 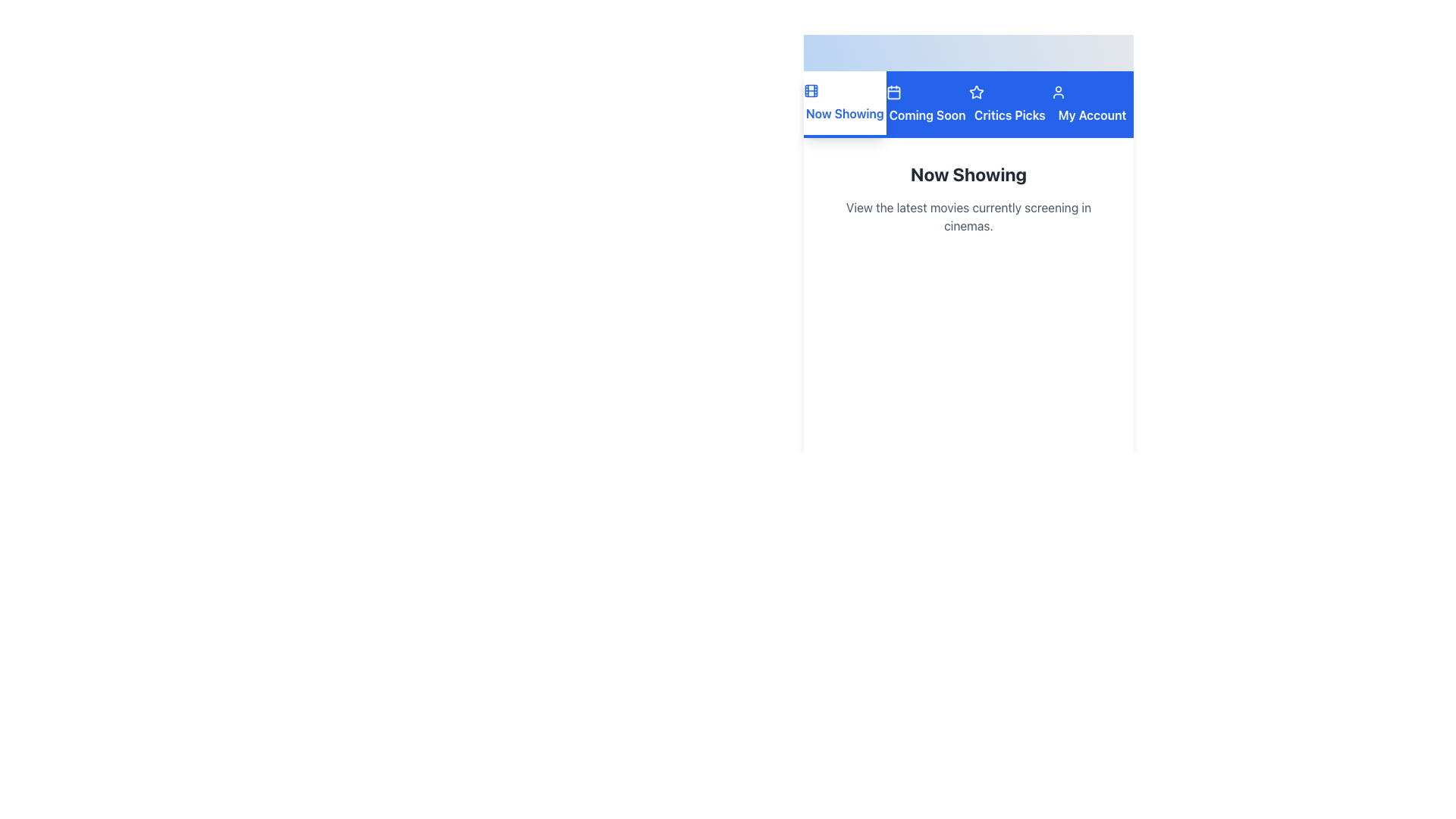 What do you see at coordinates (811, 90) in the screenshot?
I see `the topmost and leftmost icon in the toolbar section, which serves as a visual label for a navigation option` at bounding box center [811, 90].